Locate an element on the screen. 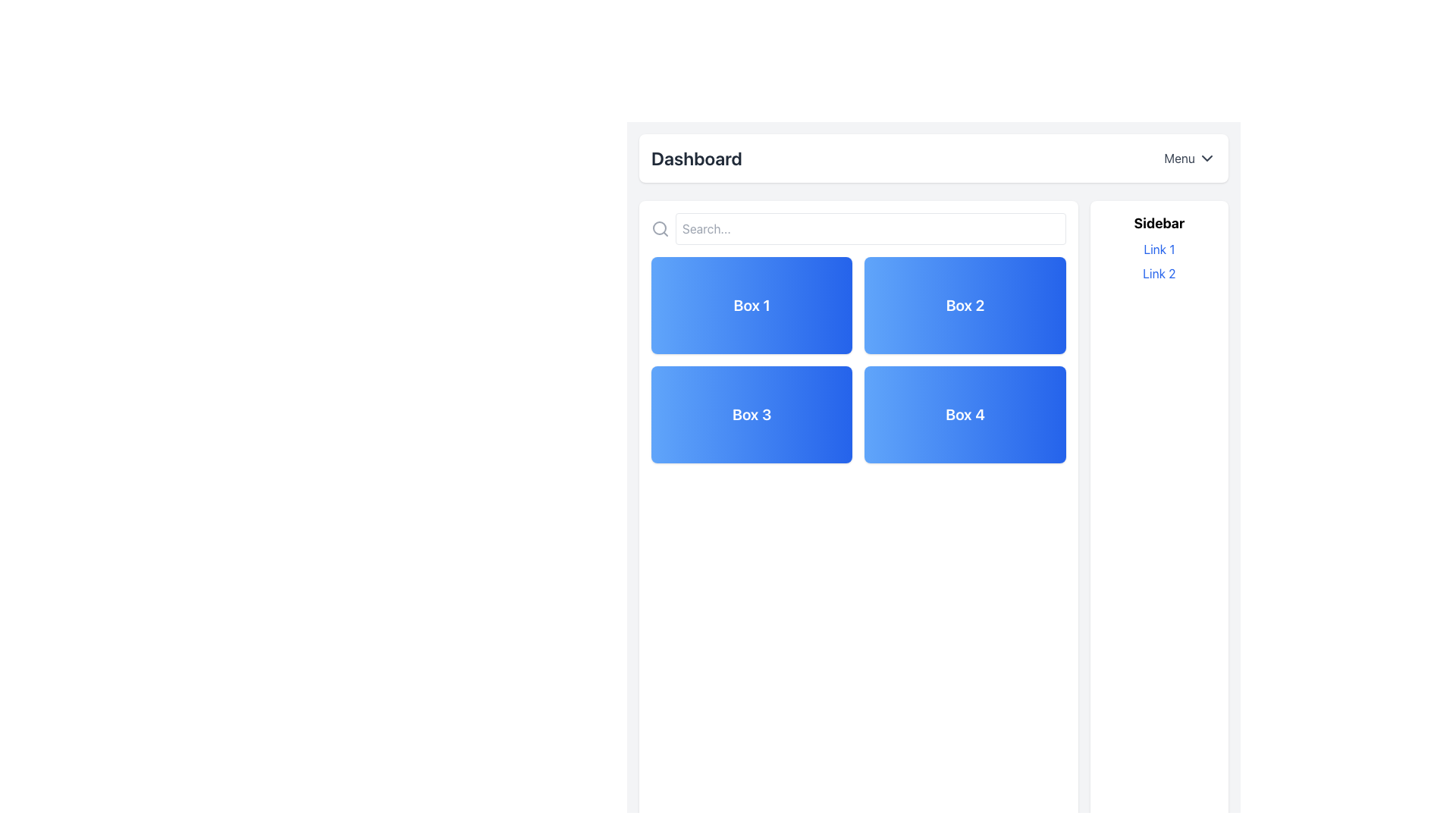 The width and height of the screenshot is (1456, 819). the first hyperlink in the 'Sidebar' section on the right side of the application layout is located at coordinates (1158, 248).